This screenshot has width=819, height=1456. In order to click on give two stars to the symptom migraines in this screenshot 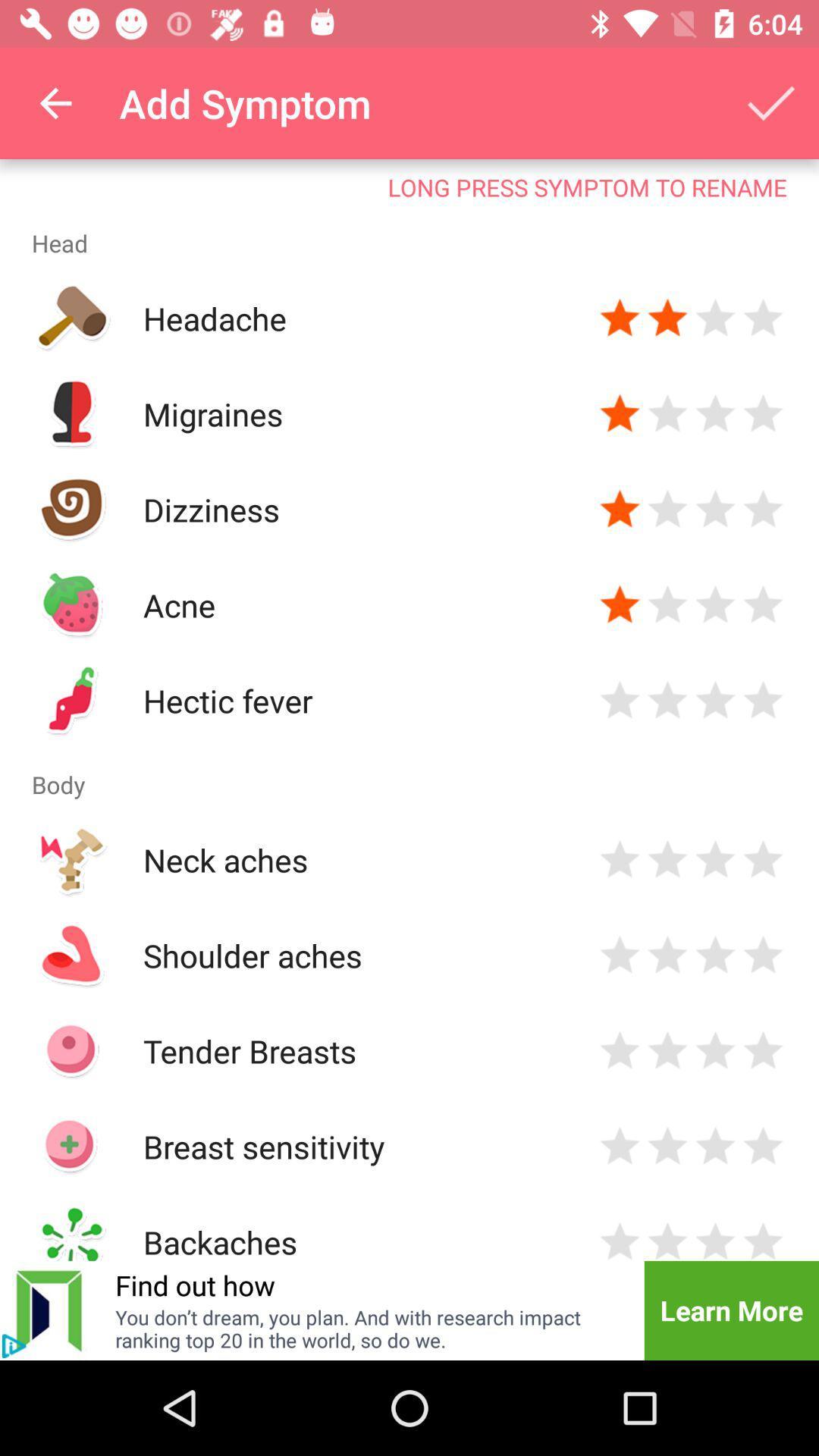, I will do `click(667, 414)`.